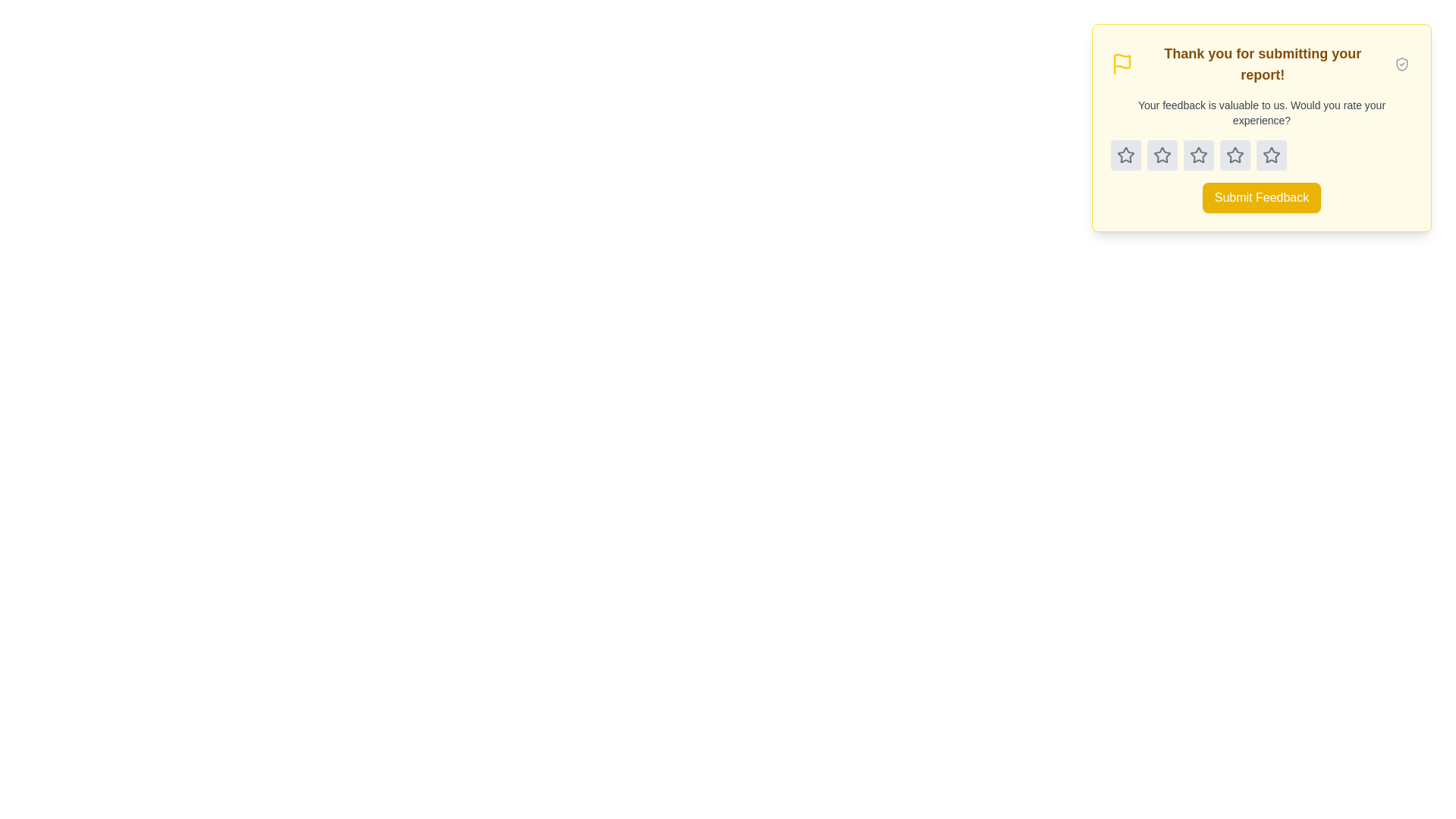 Image resolution: width=1456 pixels, height=819 pixels. What do you see at coordinates (1262, 197) in the screenshot?
I see `the 'Submit Feedback' button to submit the feedback` at bounding box center [1262, 197].